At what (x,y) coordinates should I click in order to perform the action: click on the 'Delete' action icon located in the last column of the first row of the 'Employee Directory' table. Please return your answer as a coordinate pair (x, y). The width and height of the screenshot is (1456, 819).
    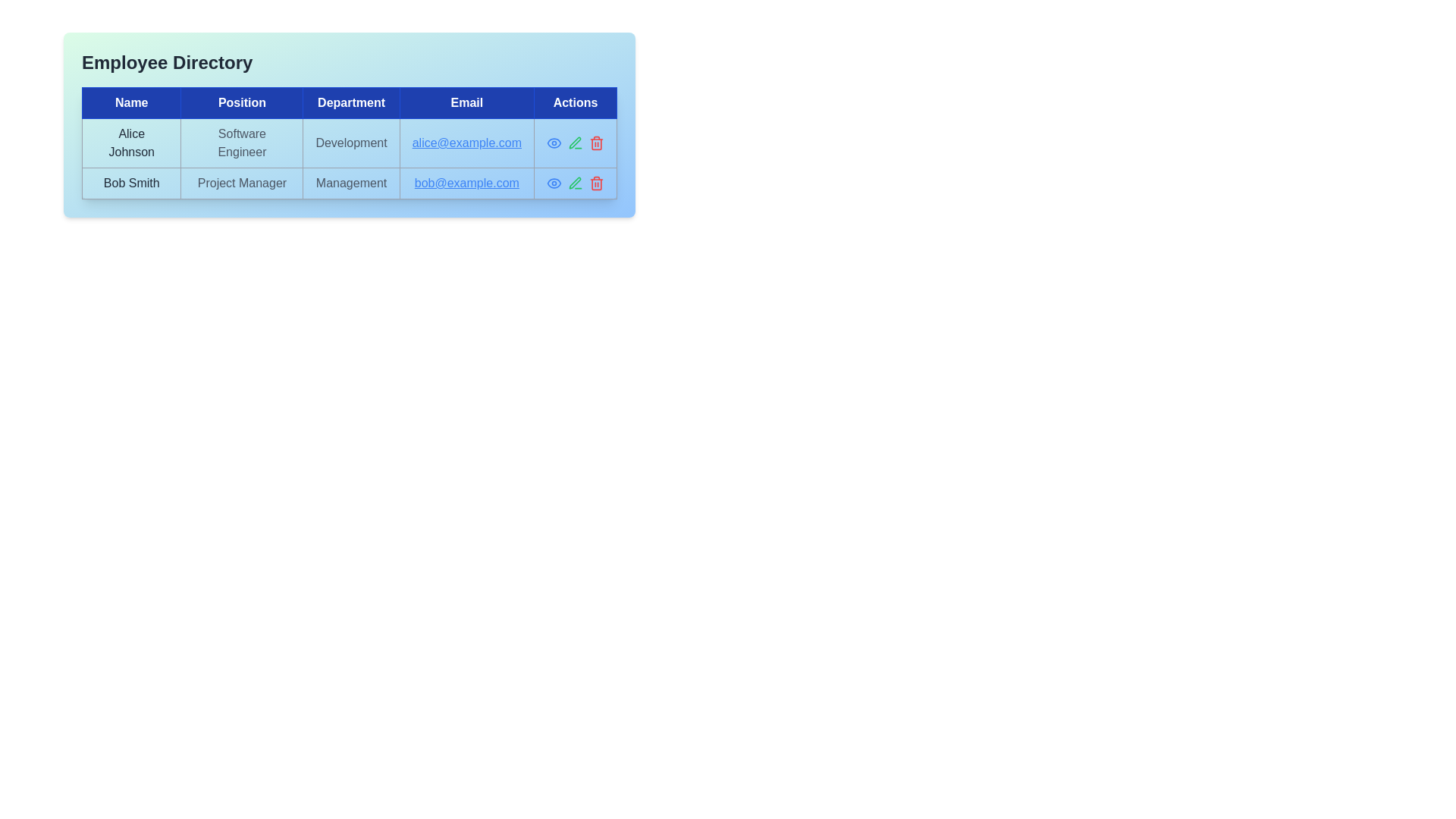
    Looking at the image, I should click on (596, 143).